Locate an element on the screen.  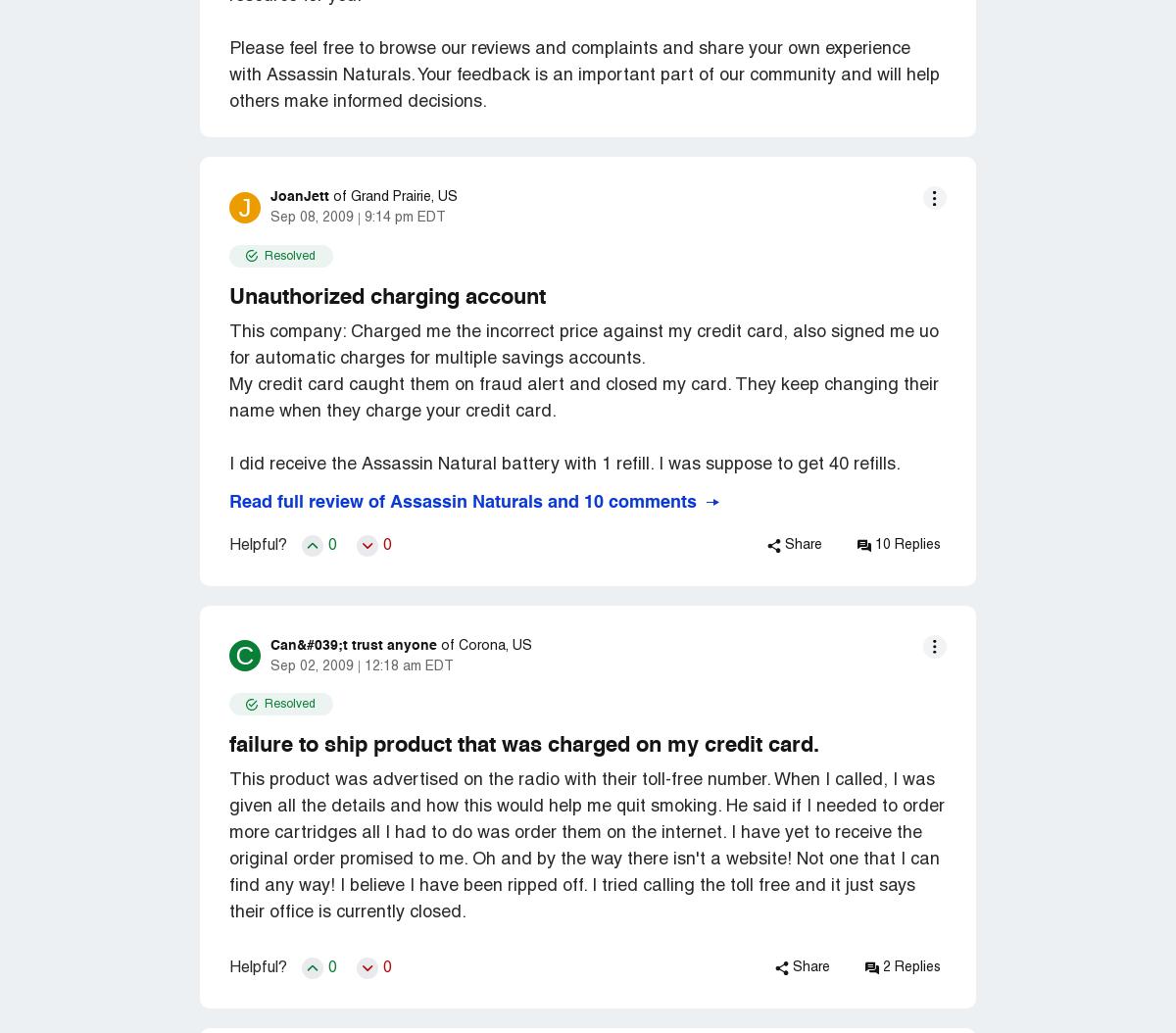
'Cookie Policy' is located at coordinates (772, 501).